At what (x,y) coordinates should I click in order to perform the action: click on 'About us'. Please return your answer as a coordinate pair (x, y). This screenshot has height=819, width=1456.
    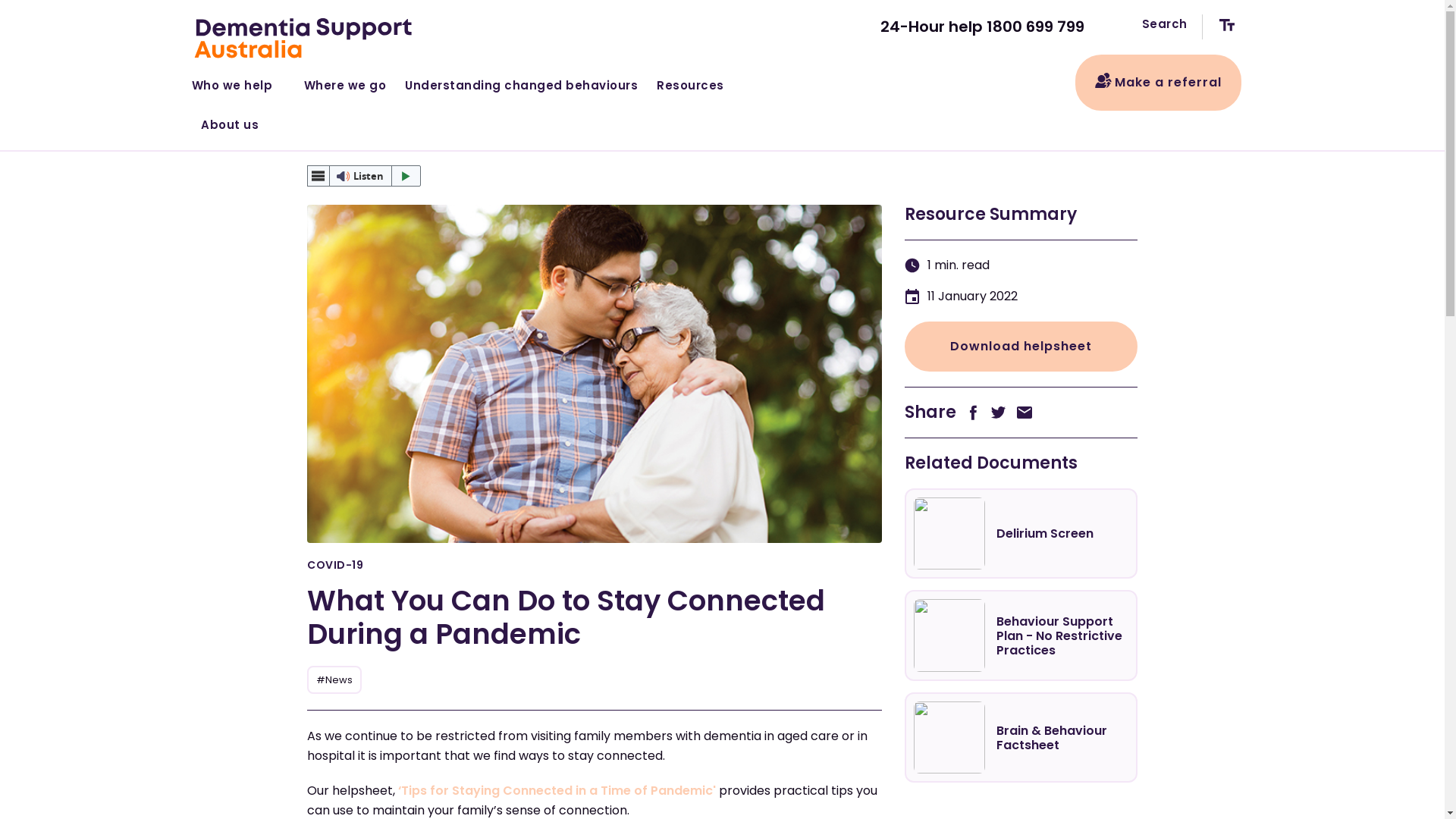
    Looking at the image, I should click on (230, 121).